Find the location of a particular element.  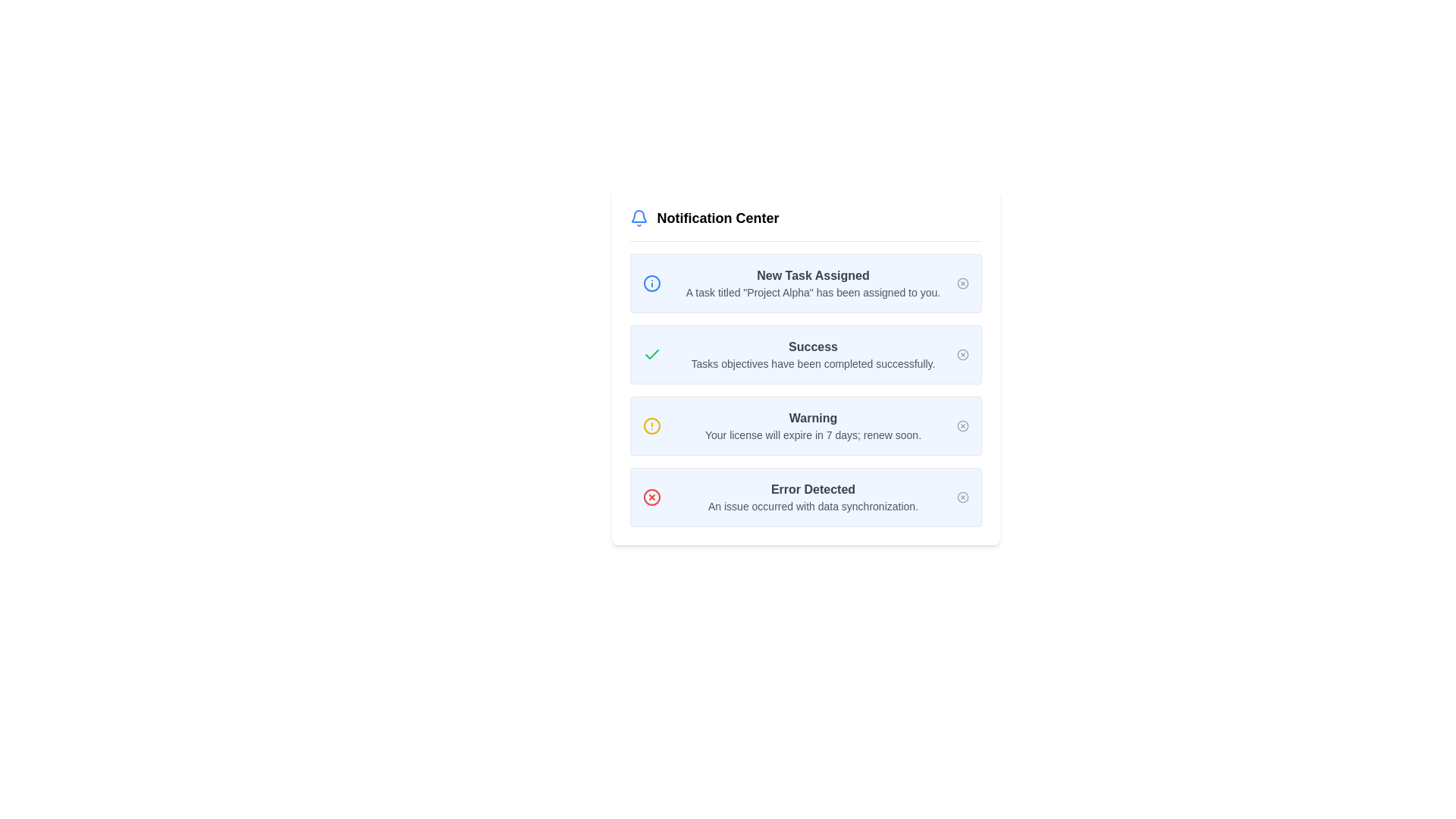

the circular gray button in the top-right corner of the notification card that indicates a warning about license expiration is located at coordinates (962, 426).